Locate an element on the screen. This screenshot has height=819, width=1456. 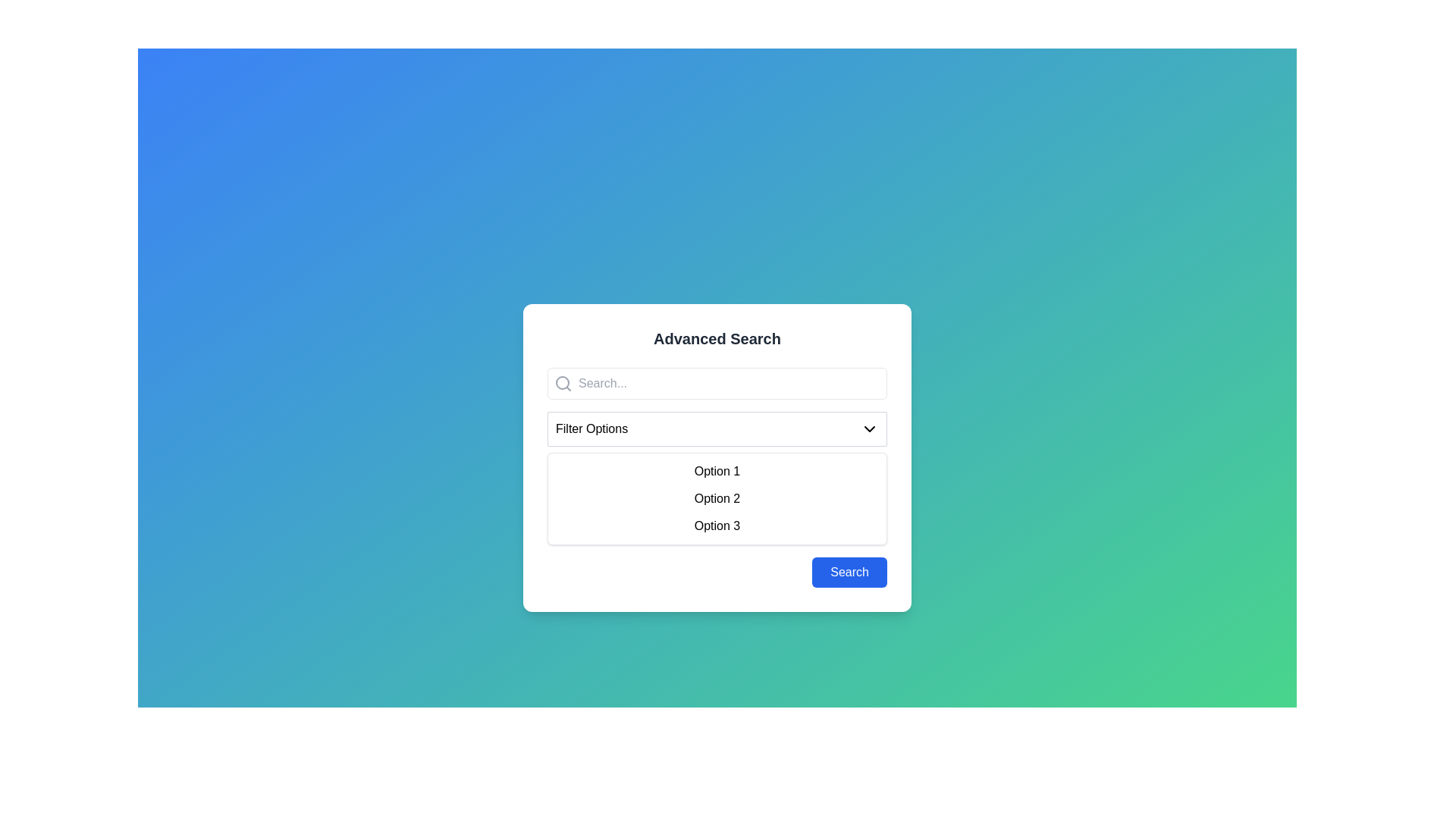
to select the list item labeled 'Option 2', which is the second item in a vertically stacked list under the 'Filter Options' dropdown menu is located at coordinates (716, 499).